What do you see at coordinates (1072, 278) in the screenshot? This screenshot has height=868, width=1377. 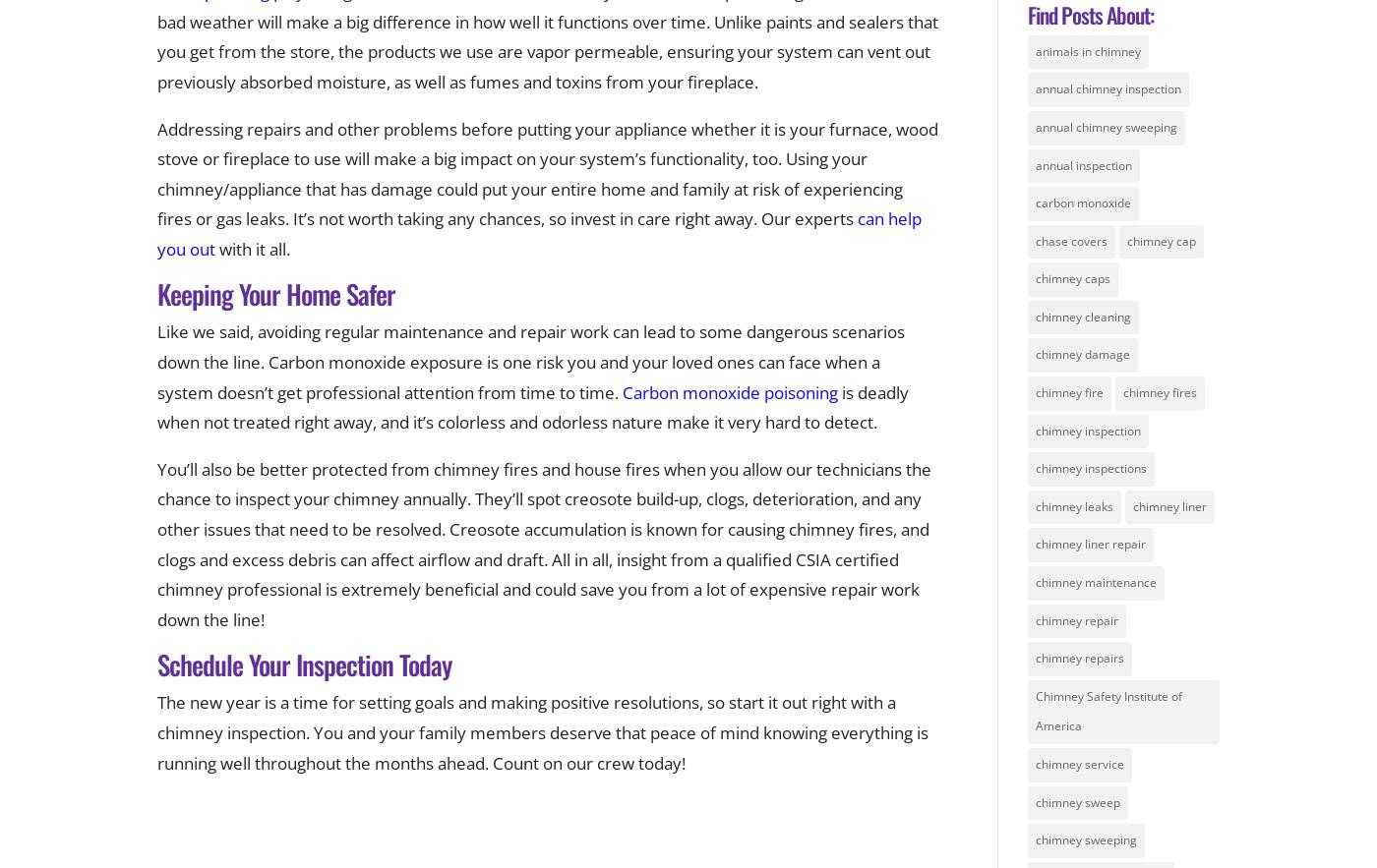 I see `'chimney caps'` at bounding box center [1072, 278].